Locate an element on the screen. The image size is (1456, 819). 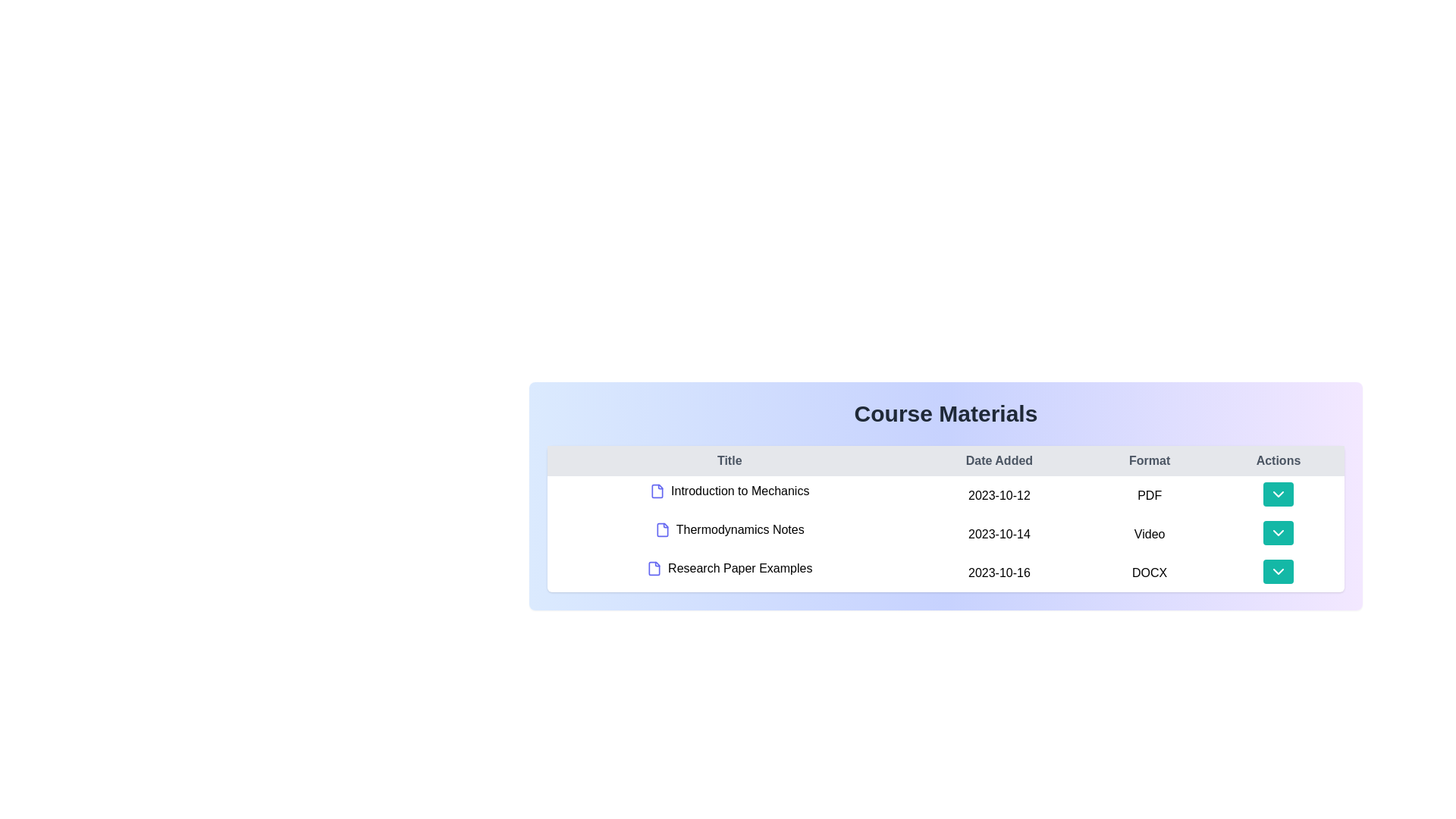
the light blue document icon located in the third row of the table next to 'Research Paper Examples' is located at coordinates (654, 568).